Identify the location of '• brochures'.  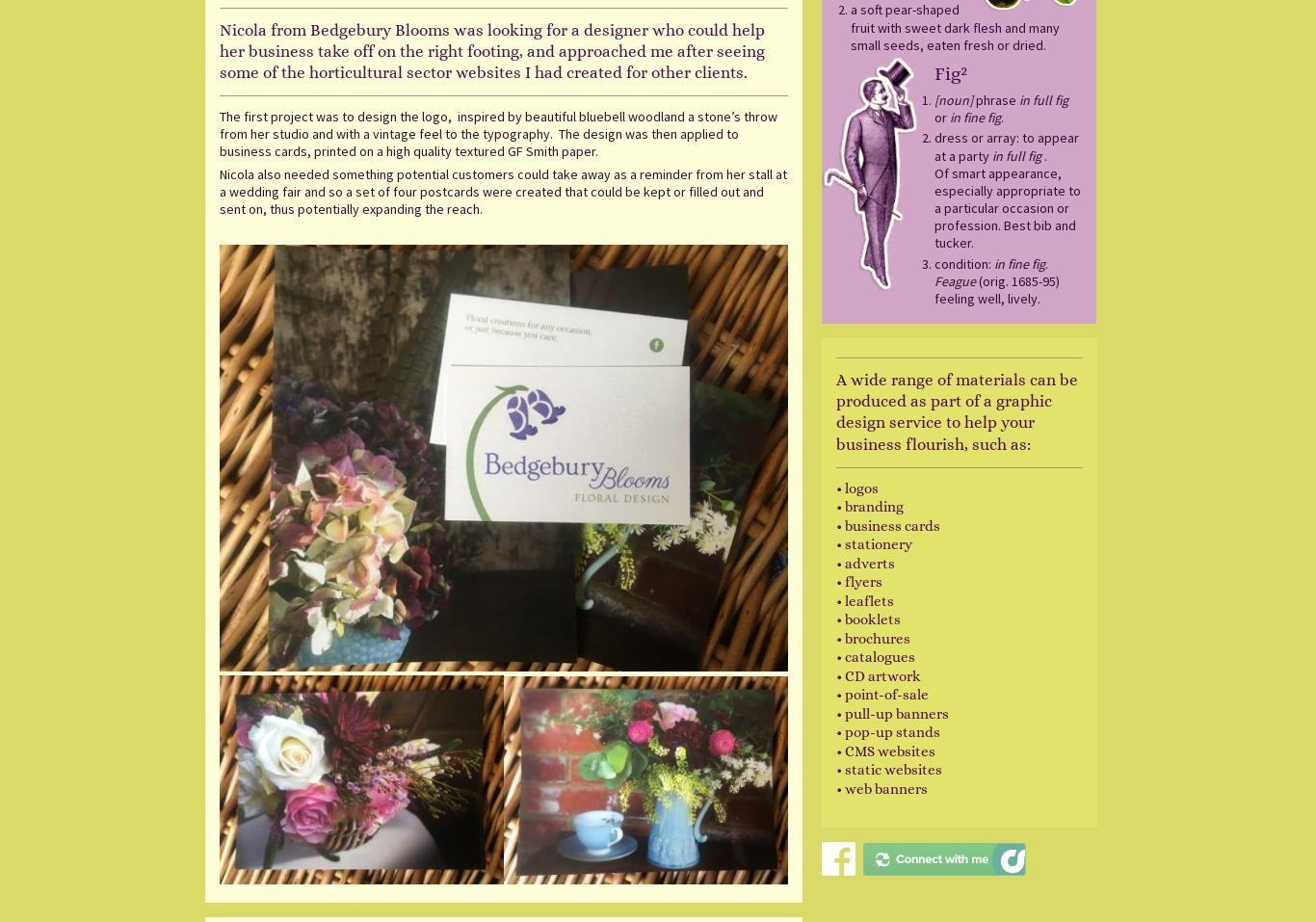
(871, 636).